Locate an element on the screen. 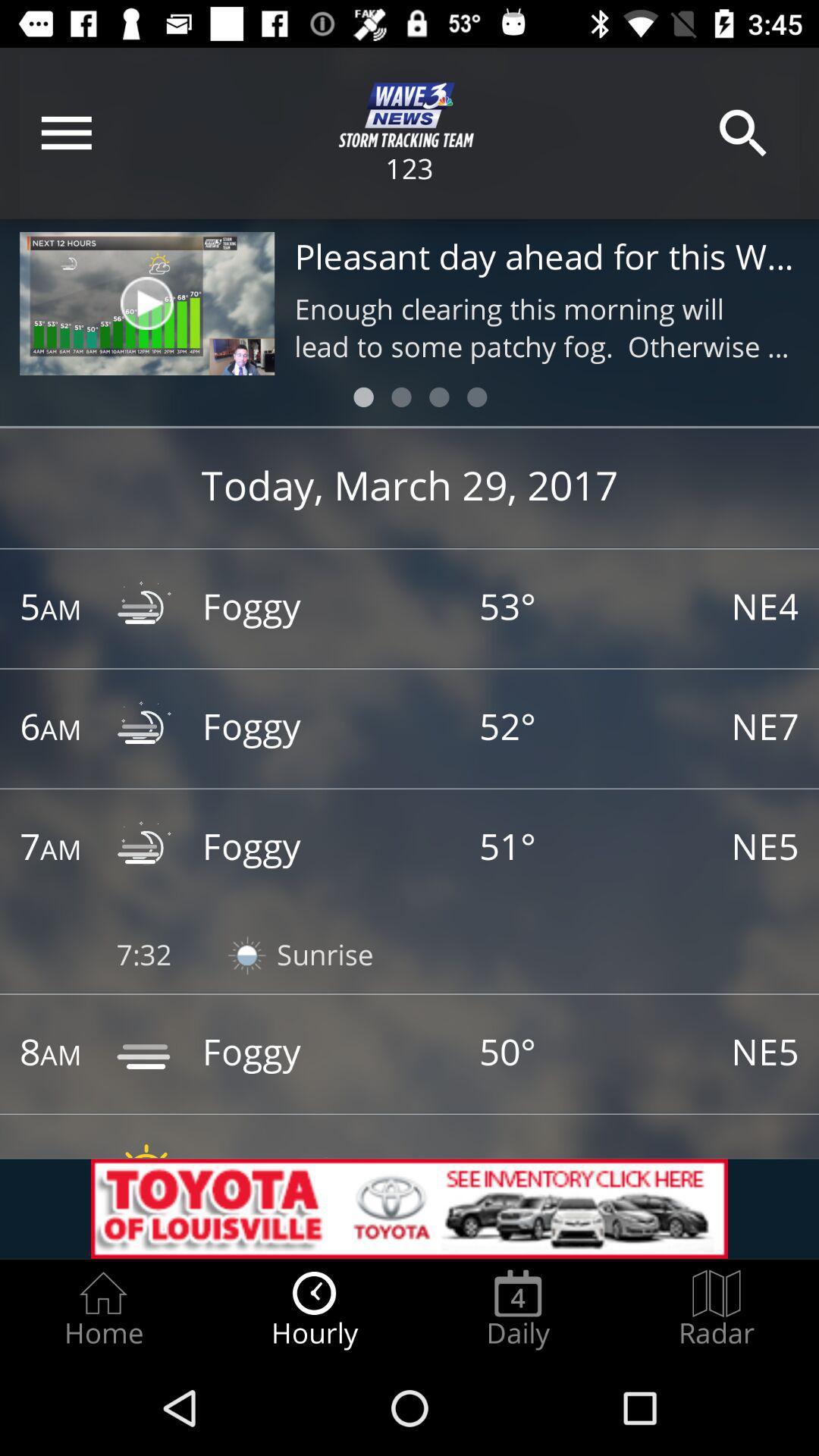 The height and width of the screenshot is (1456, 819). icon to the left of radar is located at coordinates (517, 1309).